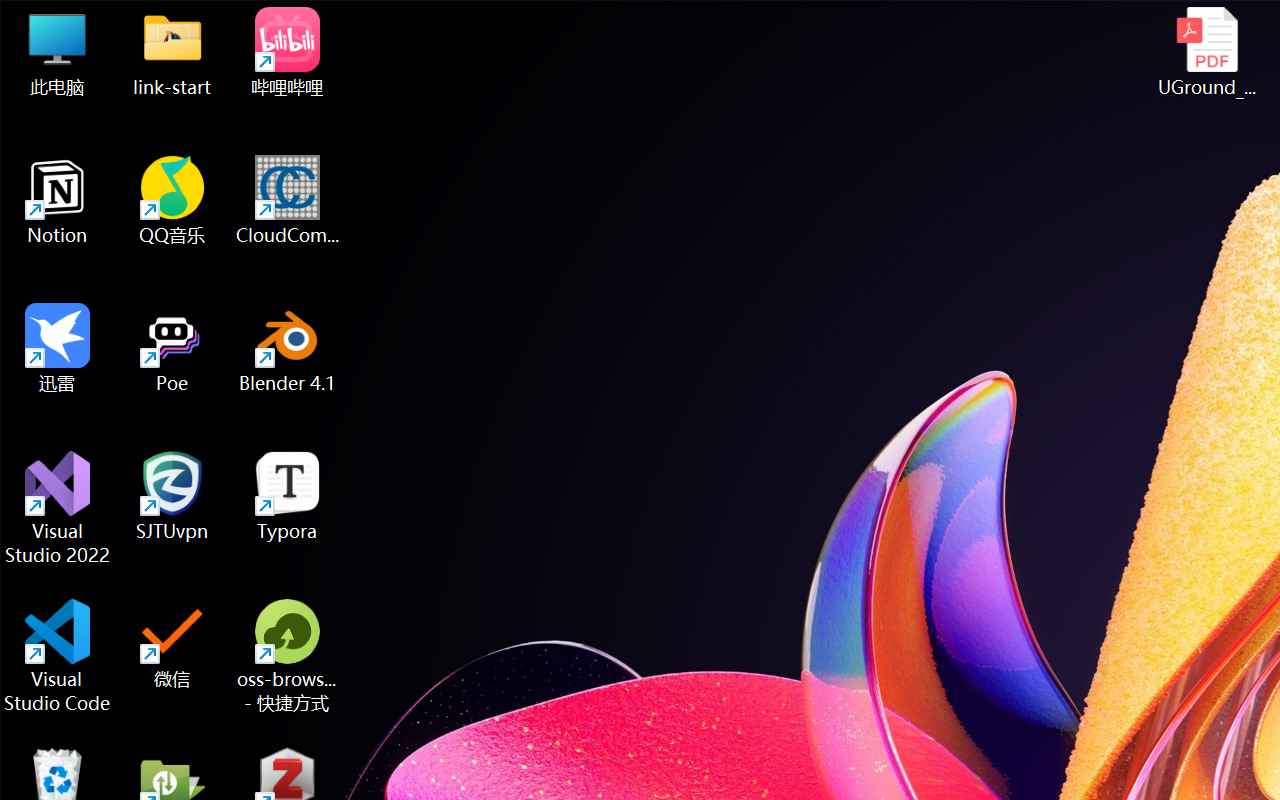 The width and height of the screenshot is (1280, 800). What do you see at coordinates (287, 200) in the screenshot?
I see `'CloudCompare'` at bounding box center [287, 200].